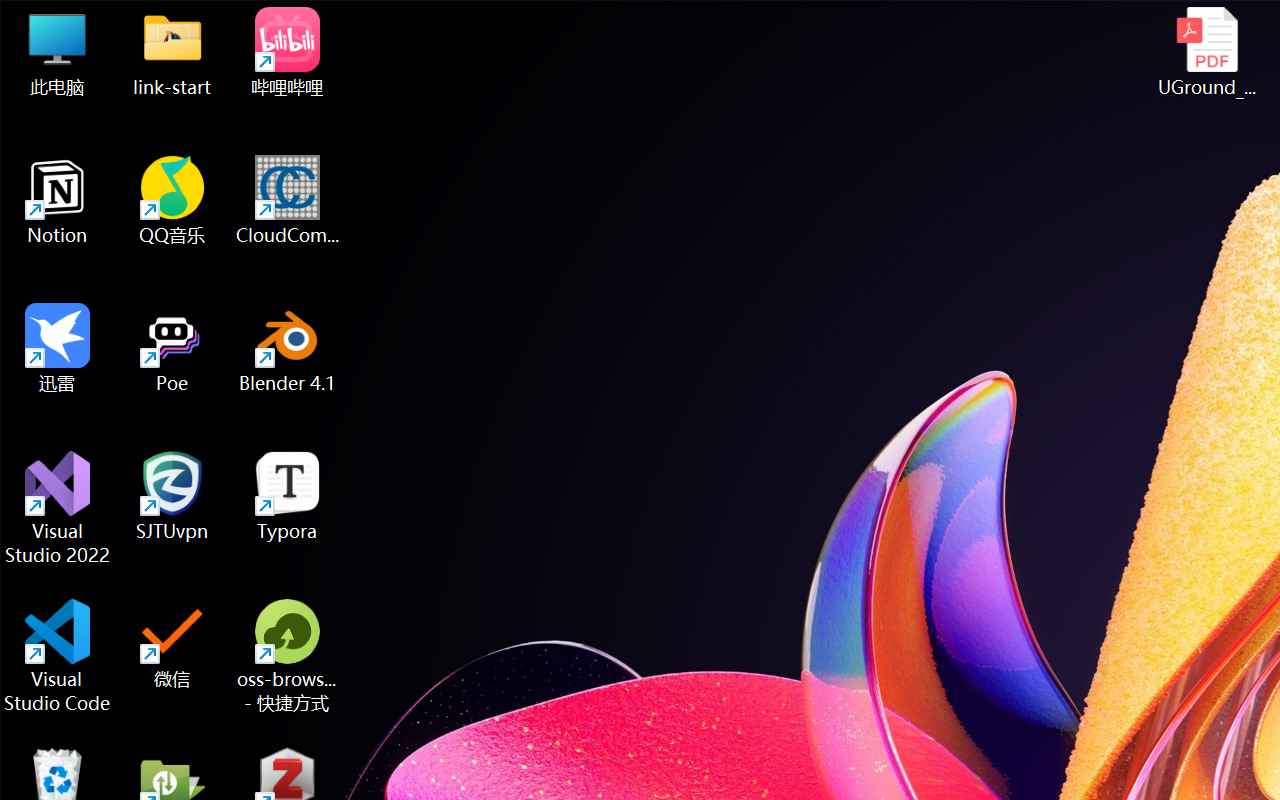 The width and height of the screenshot is (1280, 800). What do you see at coordinates (287, 200) in the screenshot?
I see `'CloudCompare'` at bounding box center [287, 200].